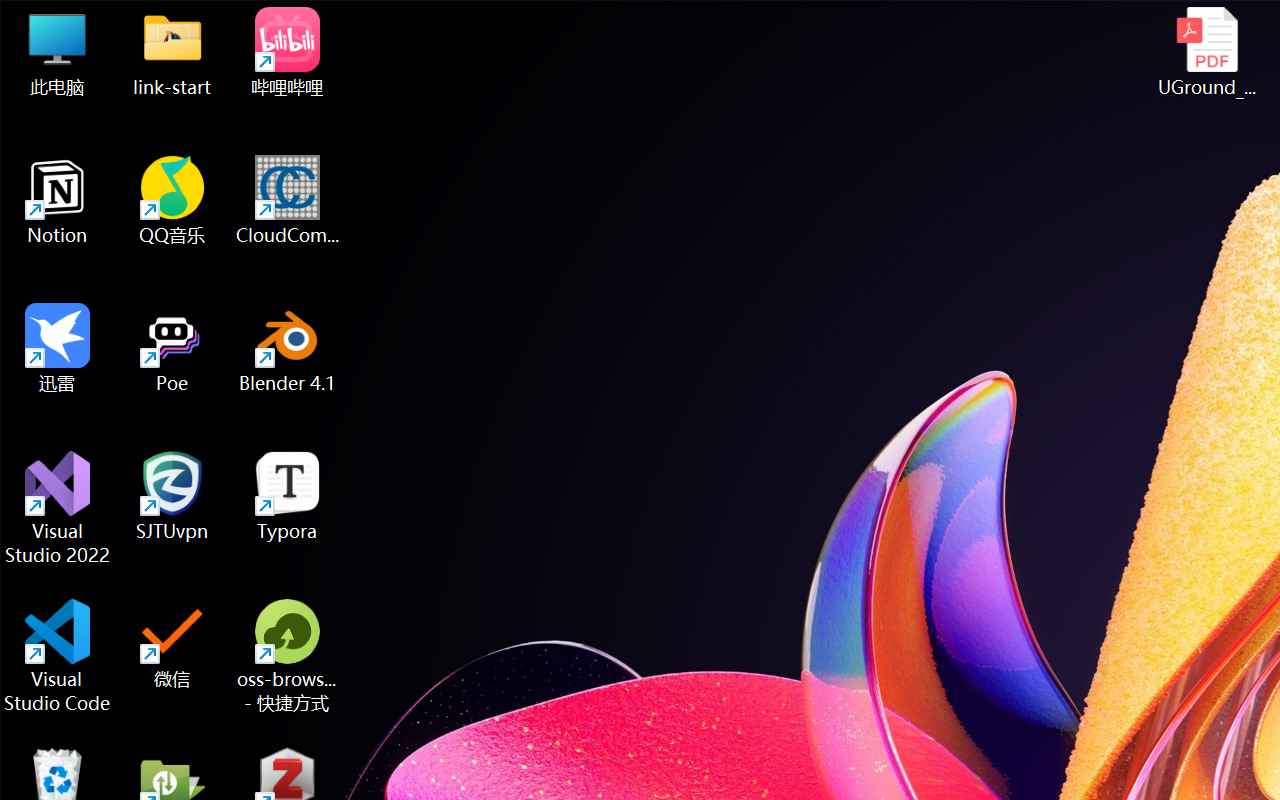 The width and height of the screenshot is (1280, 800). What do you see at coordinates (287, 200) in the screenshot?
I see `'CloudCompare'` at bounding box center [287, 200].